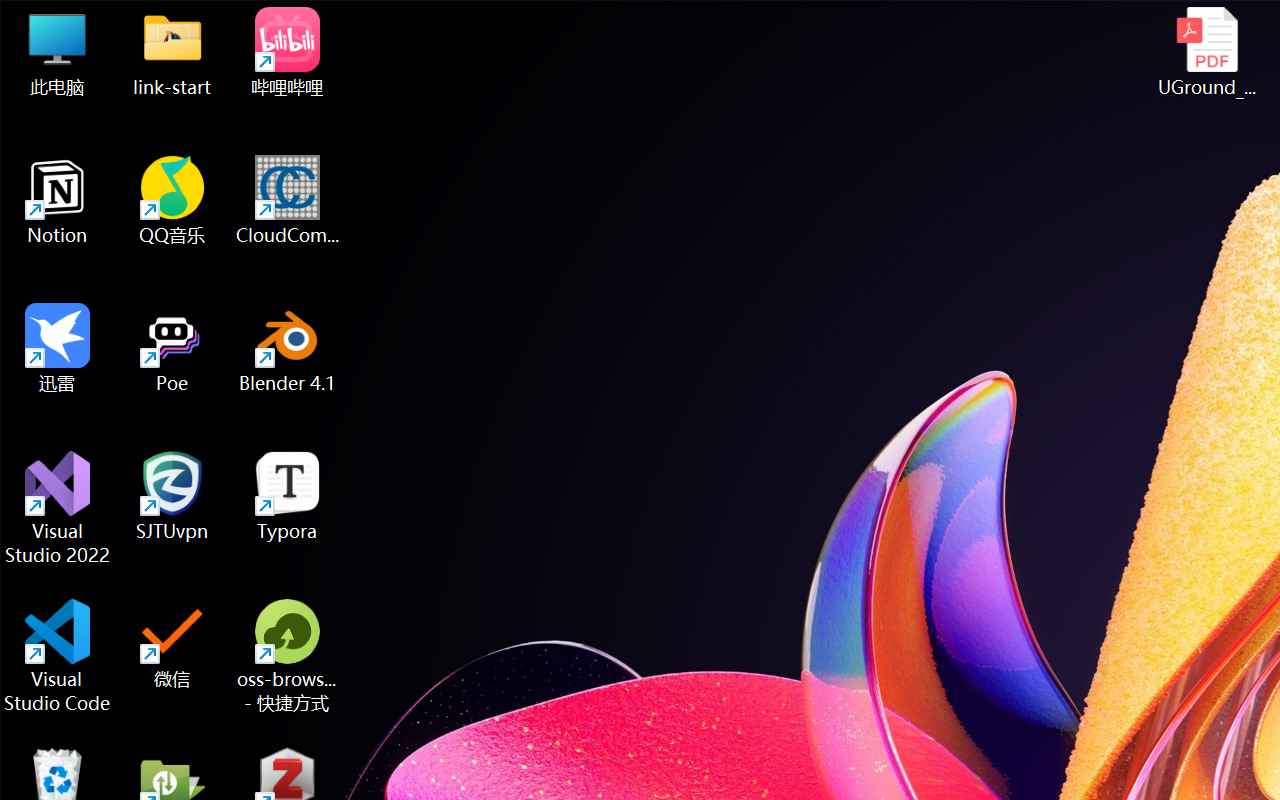 The width and height of the screenshot is (1280, 800). What do you see at coordinates (287, 200) in the screenshot?
I see `'CloudCompare'` at bounding box center [287, 200].